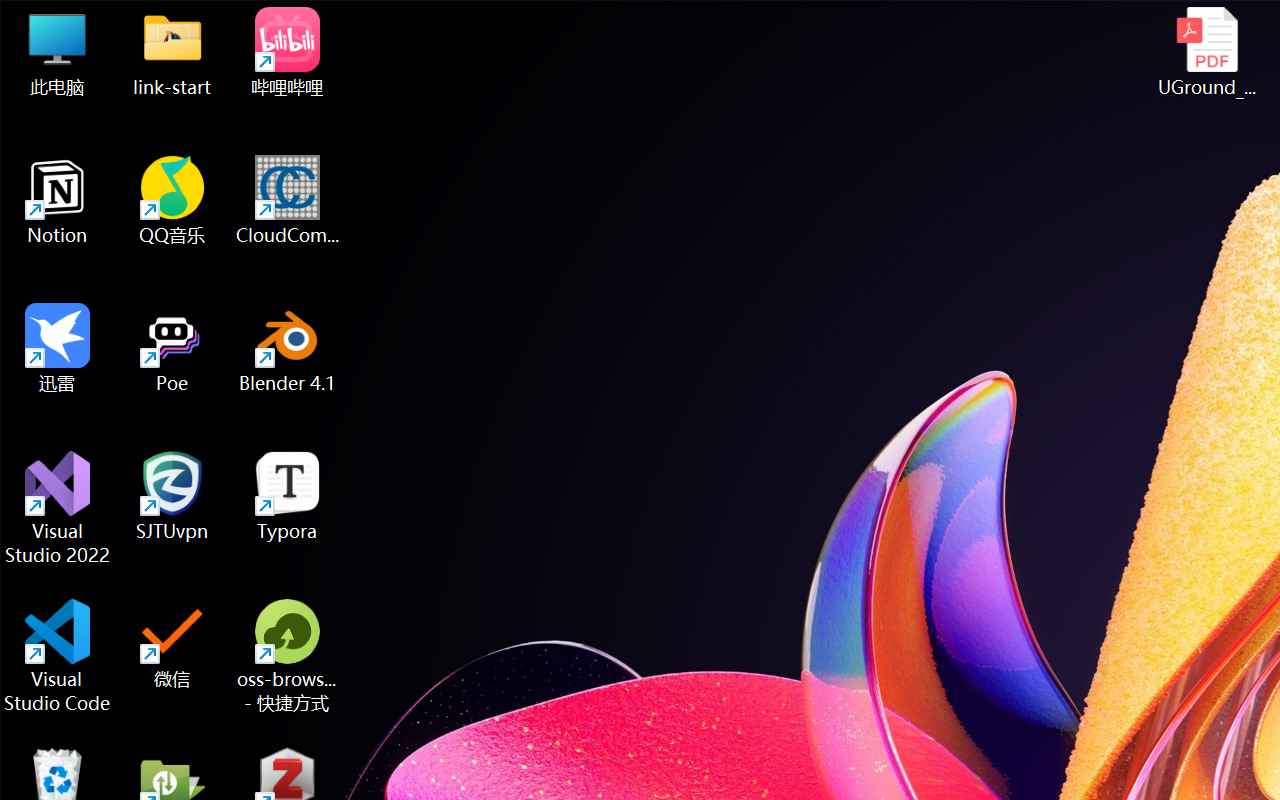 The width and height of the screenshot is (1280, 800). What do you see at coordinates (287, 200) in the screenshot?
I see `'CloudCompare'` at bounding box center [287, 200].